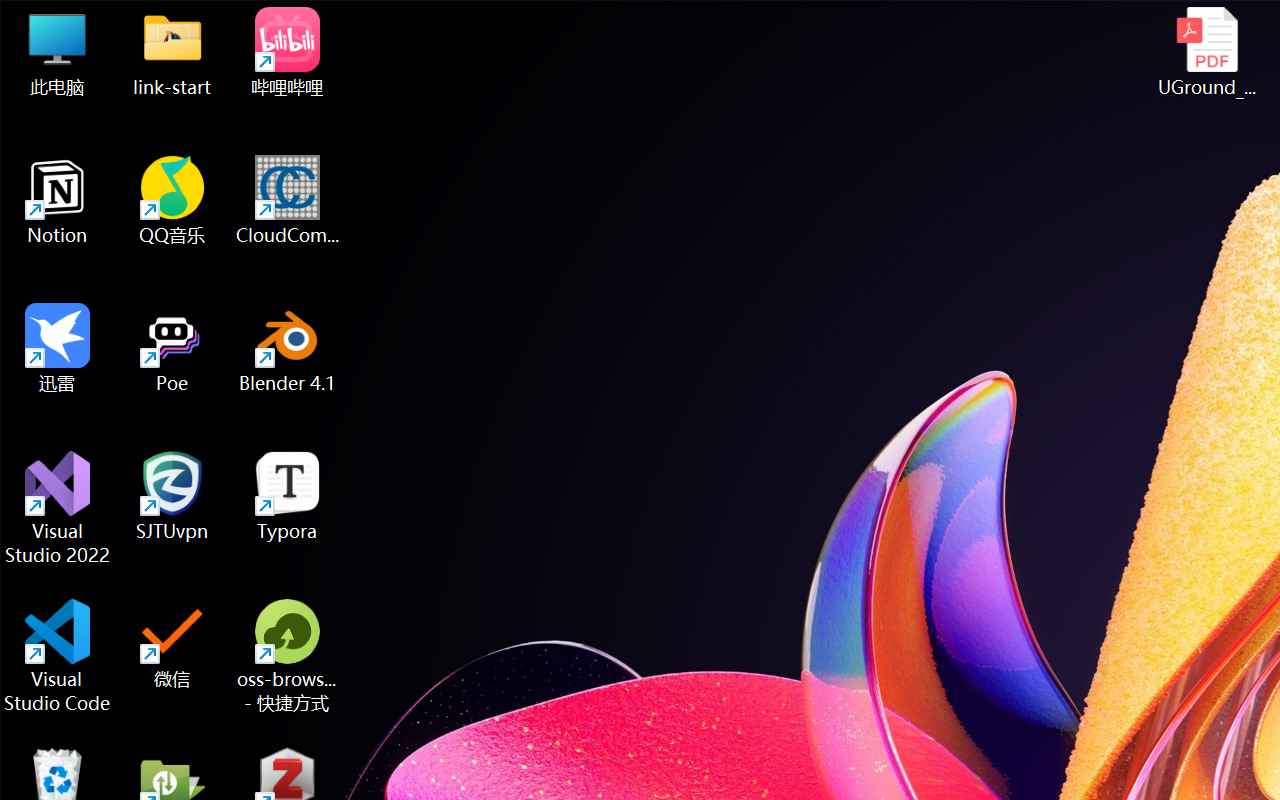 The width and height of the screenshot is (1280, 800). What do you see at coordinates (287, 200) in the screenshot?
I see `'CloudCompare'` at bounding box center [287, 200].